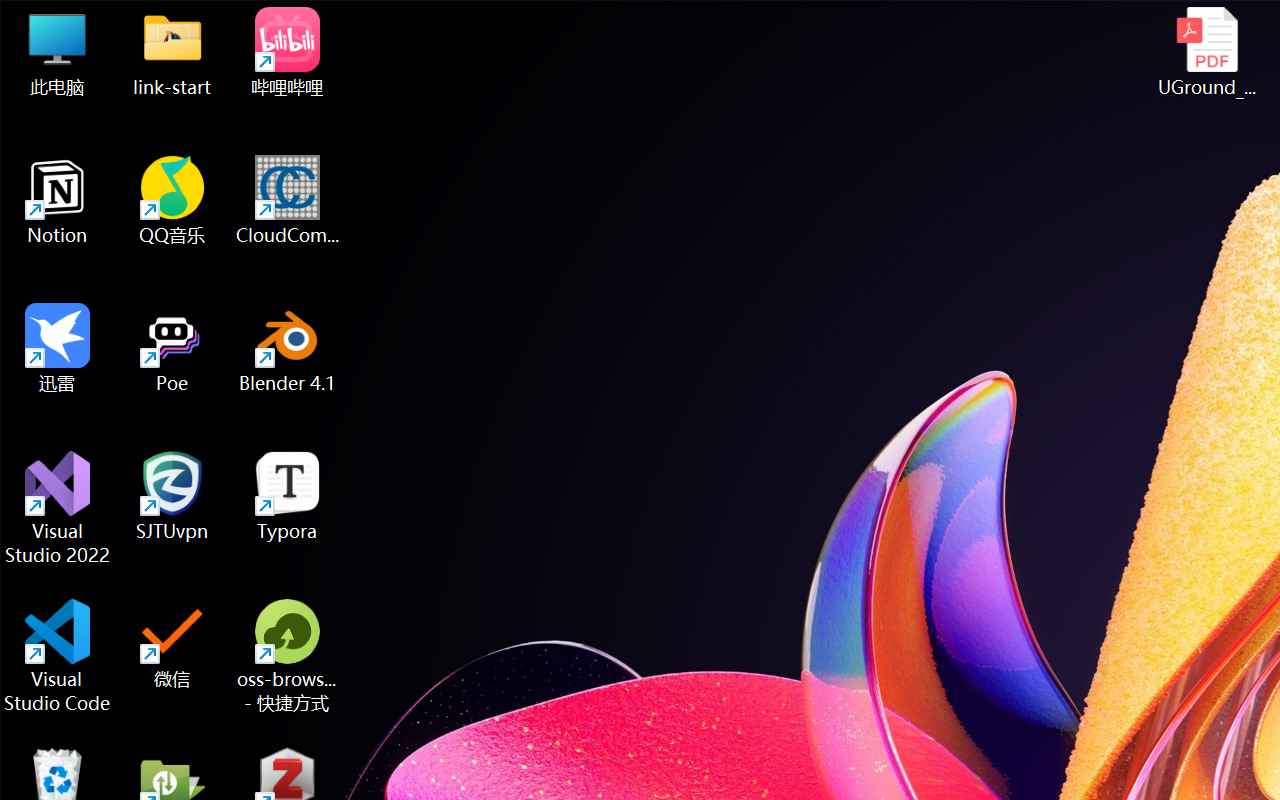 The width and height of the screenshot is (1280, 800). What do you see at coordinates (287, 200) in the screenshot?
I see `'CloudCompare'` at bounding box center [287, 200].